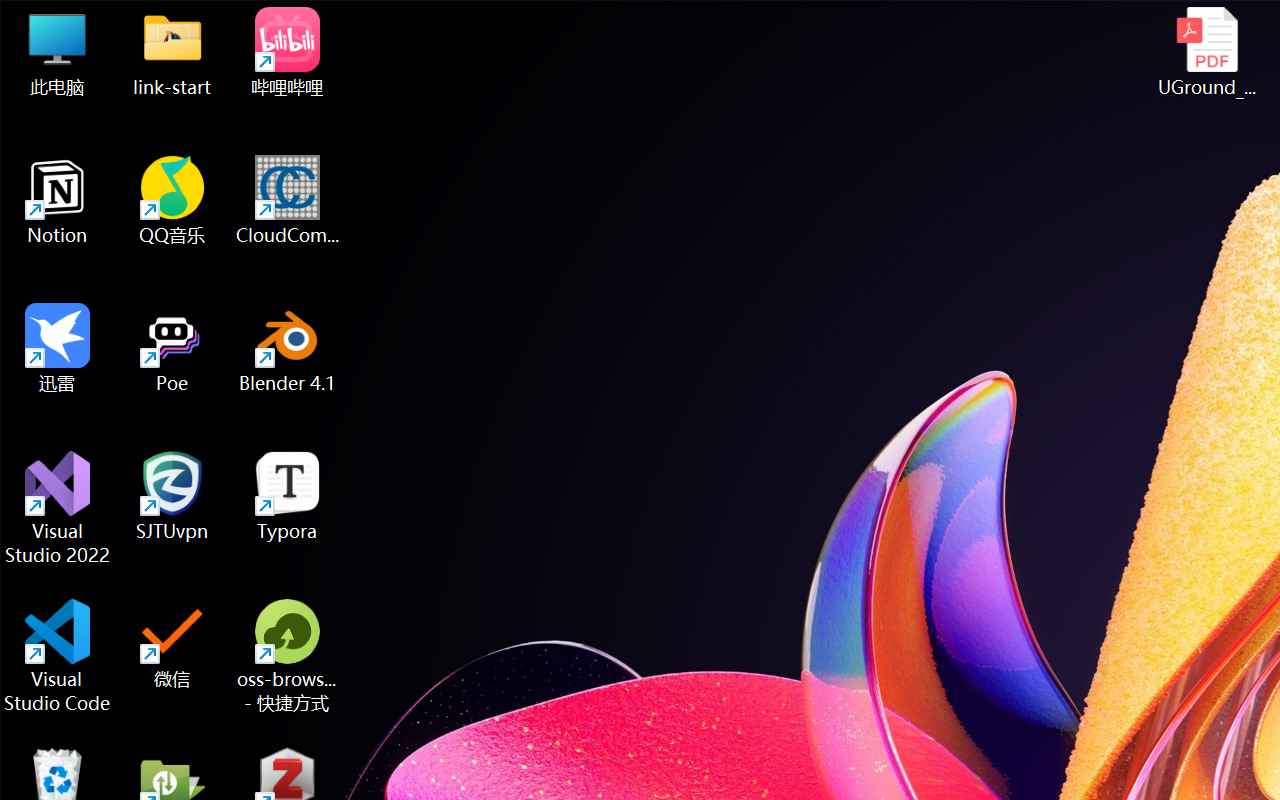 The width and height of the screenshot is (1280, 800). What do you see at coordinates (287, 200) in the screenshot?
I see `'CloudCompare'` at bounding box center [287, 200].